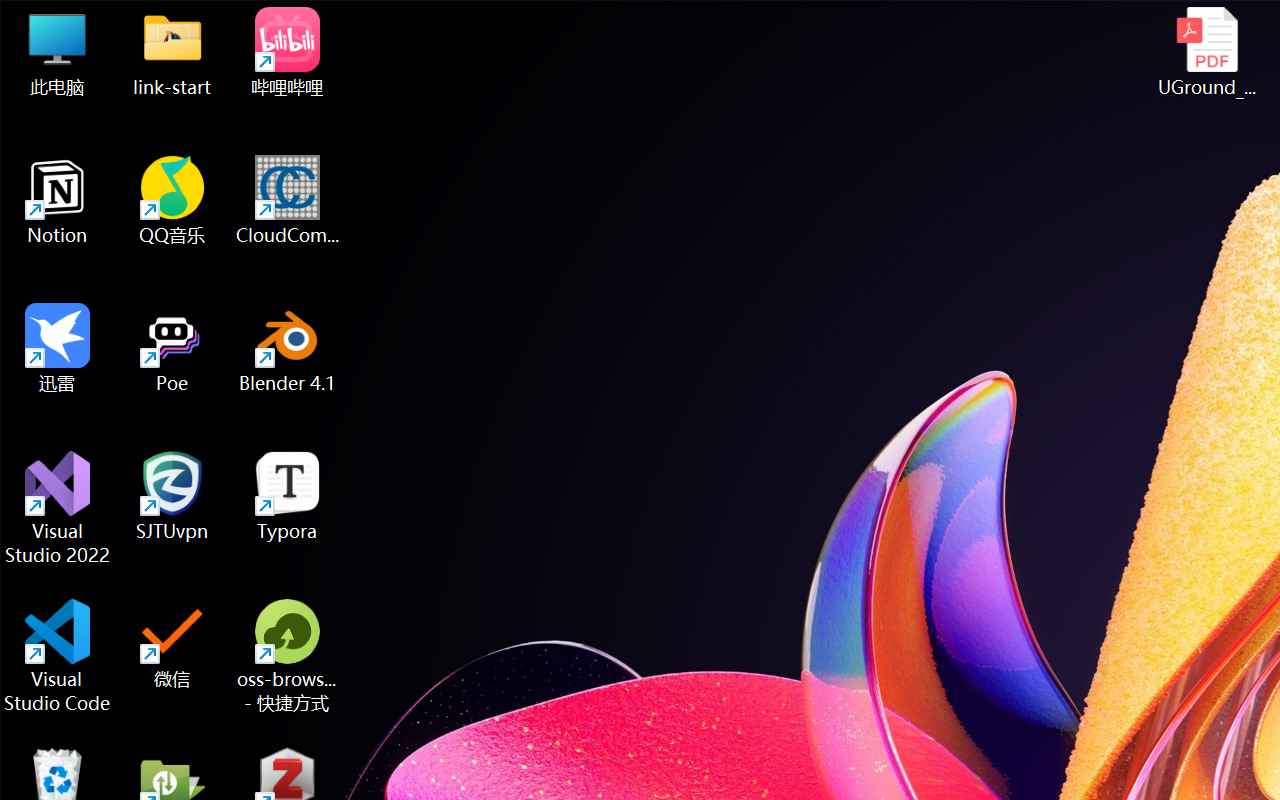 The width and height of the screenshot is (1280, 800). What do you see at coordinates (287, 200) in the screenshot?
I see `'CloudCompare'` at bounding box center [287, 200].